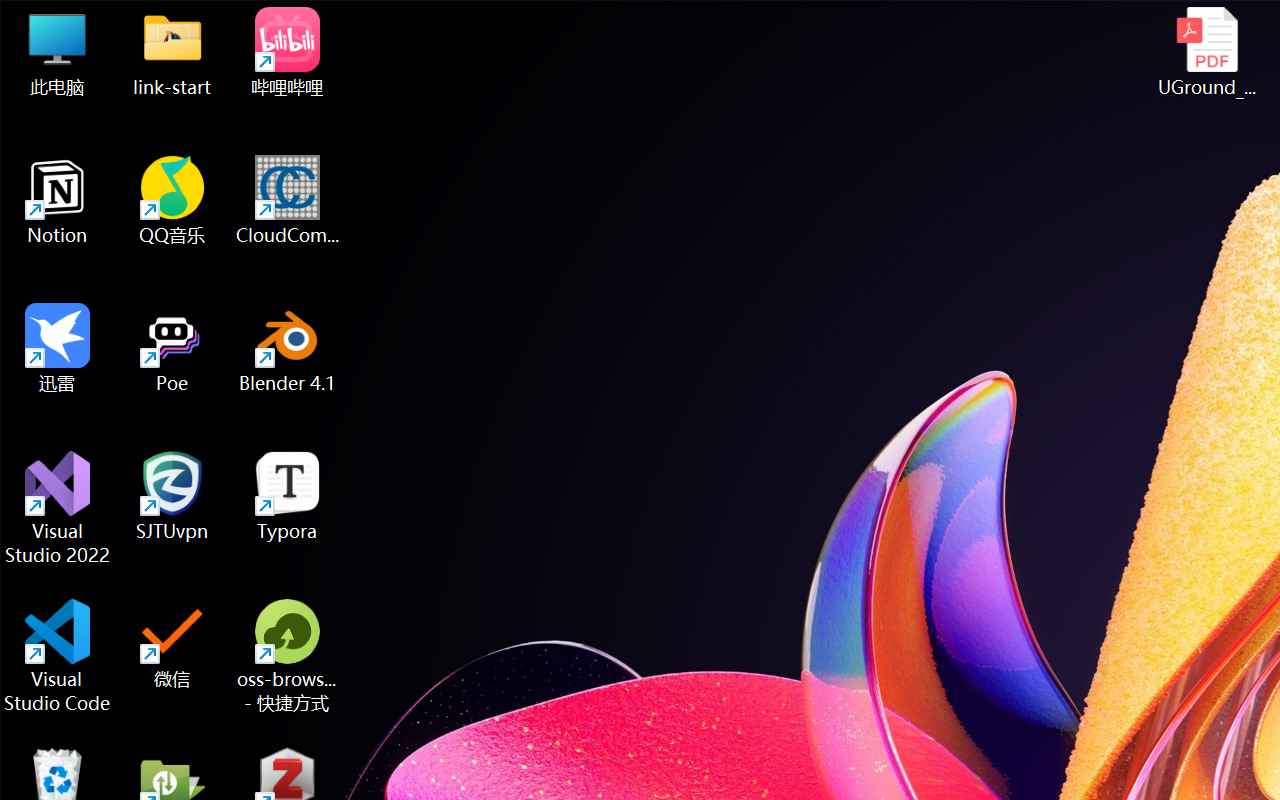 The width and height of the screenshot is (1280, 800). What do you see at coordinates (287, 200) in the screenshot?
I see `'CloudCompare'` at bounding box center [287, 200].